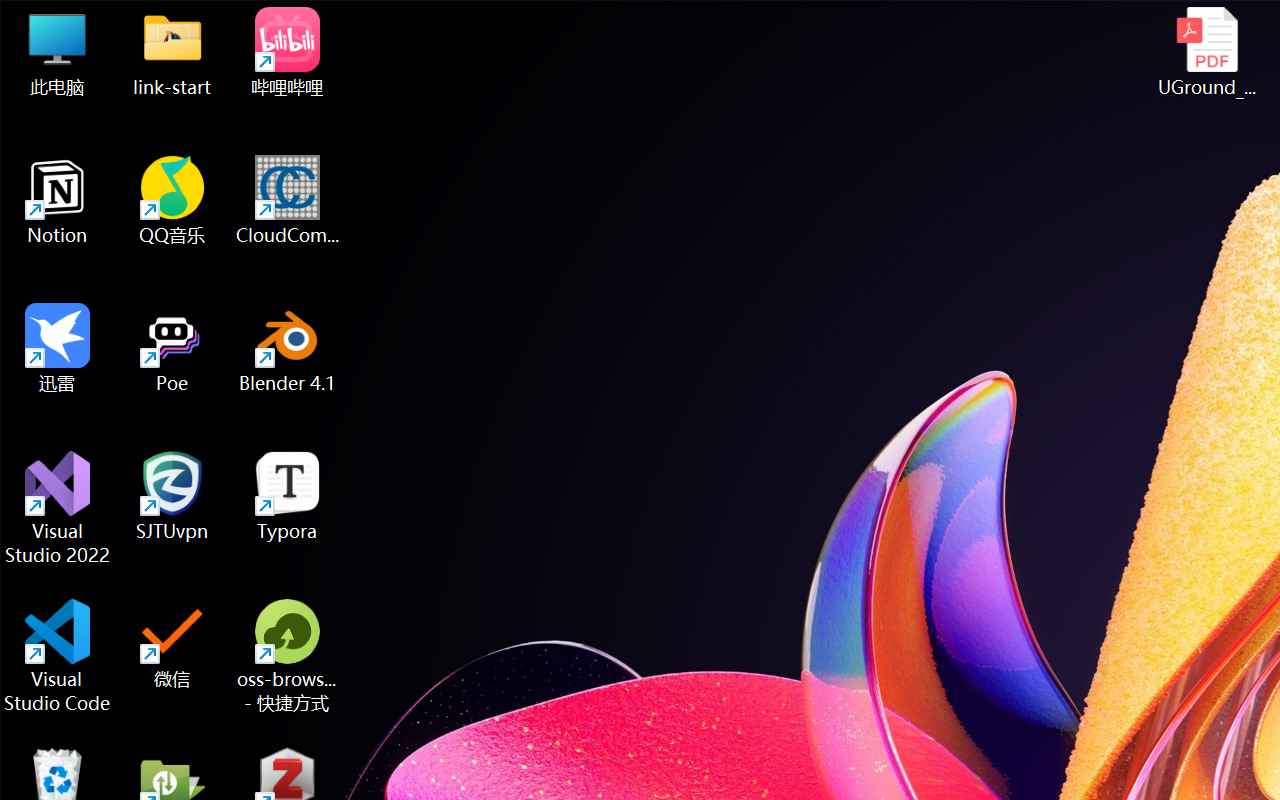 The width and height of the screenshot is (1280, 800). What do you see at coordinates (287, 200) in the screenshot?
I see `'CloudCompare'` at bounding box center [287, 200].